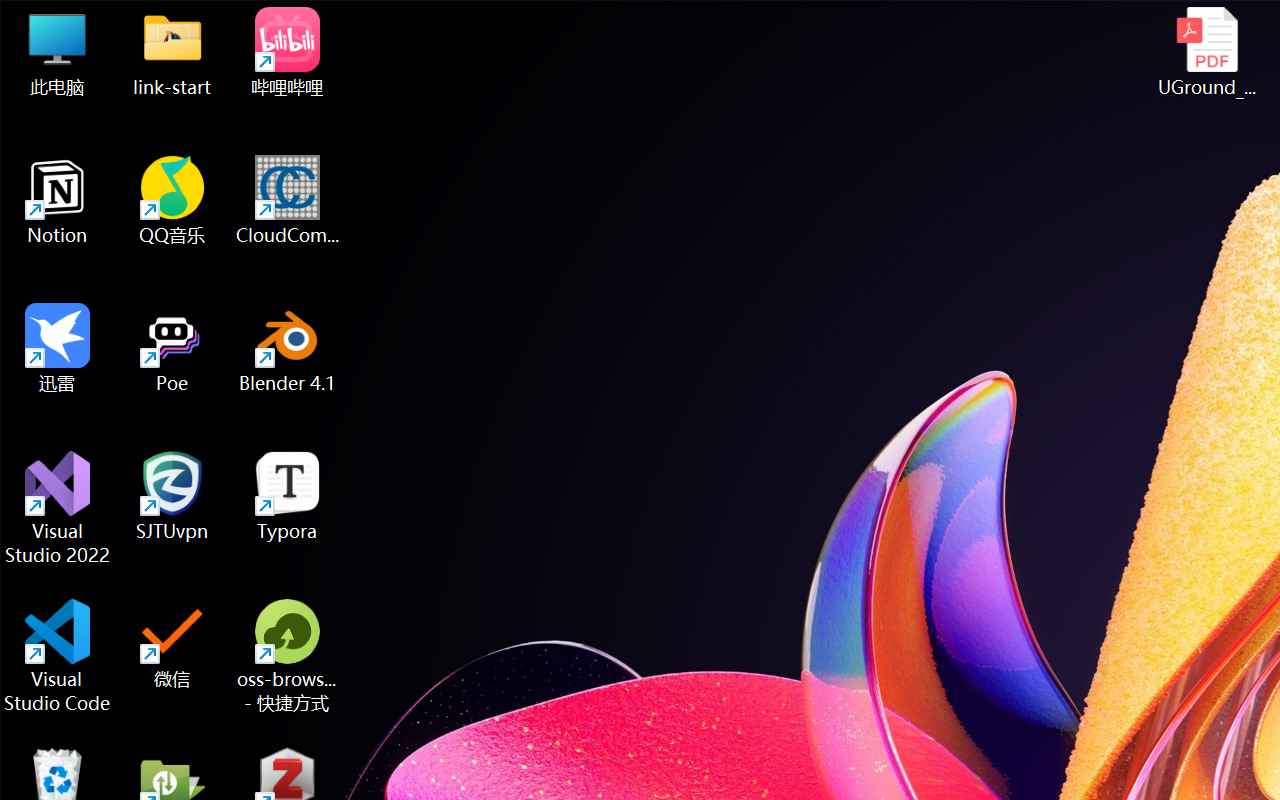 The width and height of the screenshot is (1280, 800). What do you see at coordinates (287, 200) in the screenshot?
I see `'CloudCompare'` at bounding box center [287, 200].